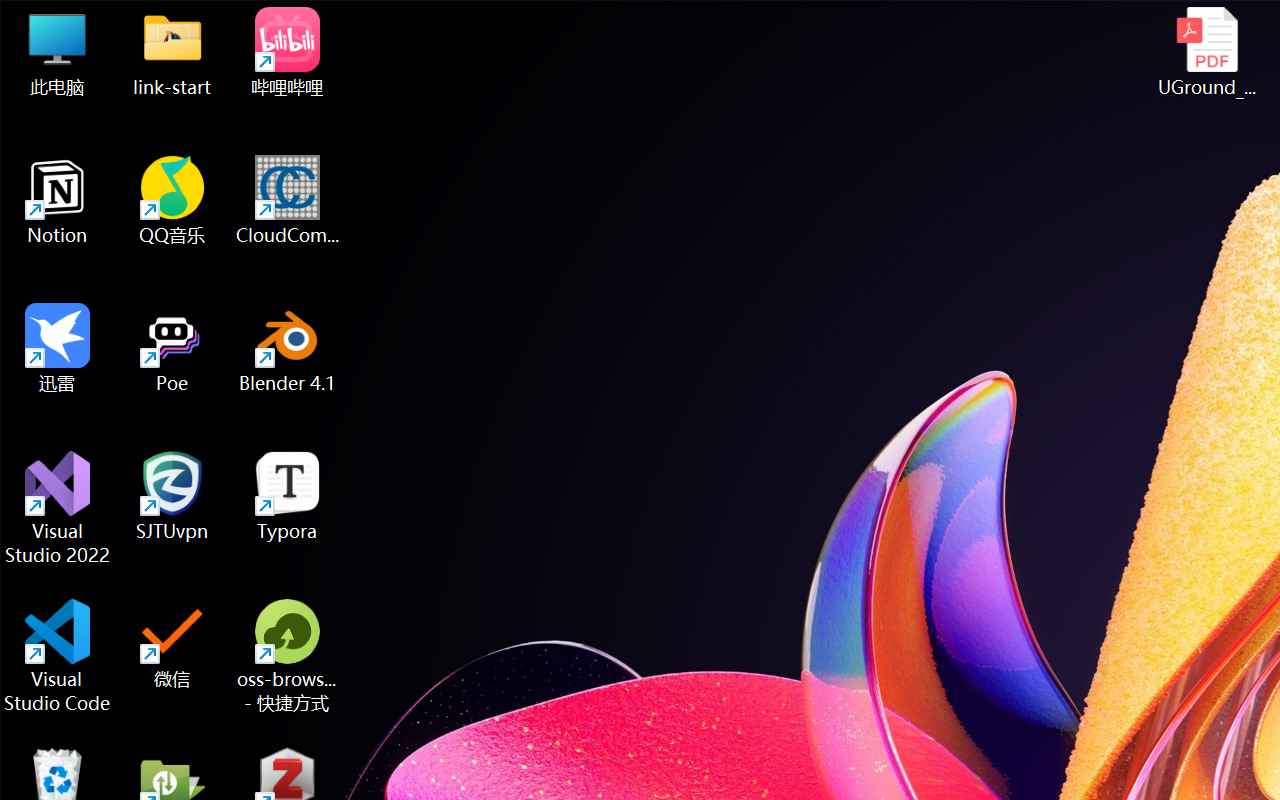 The width and height of the screenshot is (1280, 800). What do you see at coordinates (287, 200) in the screenshot?
I see `'CloudCompare'` at bounding box center [287, 200].